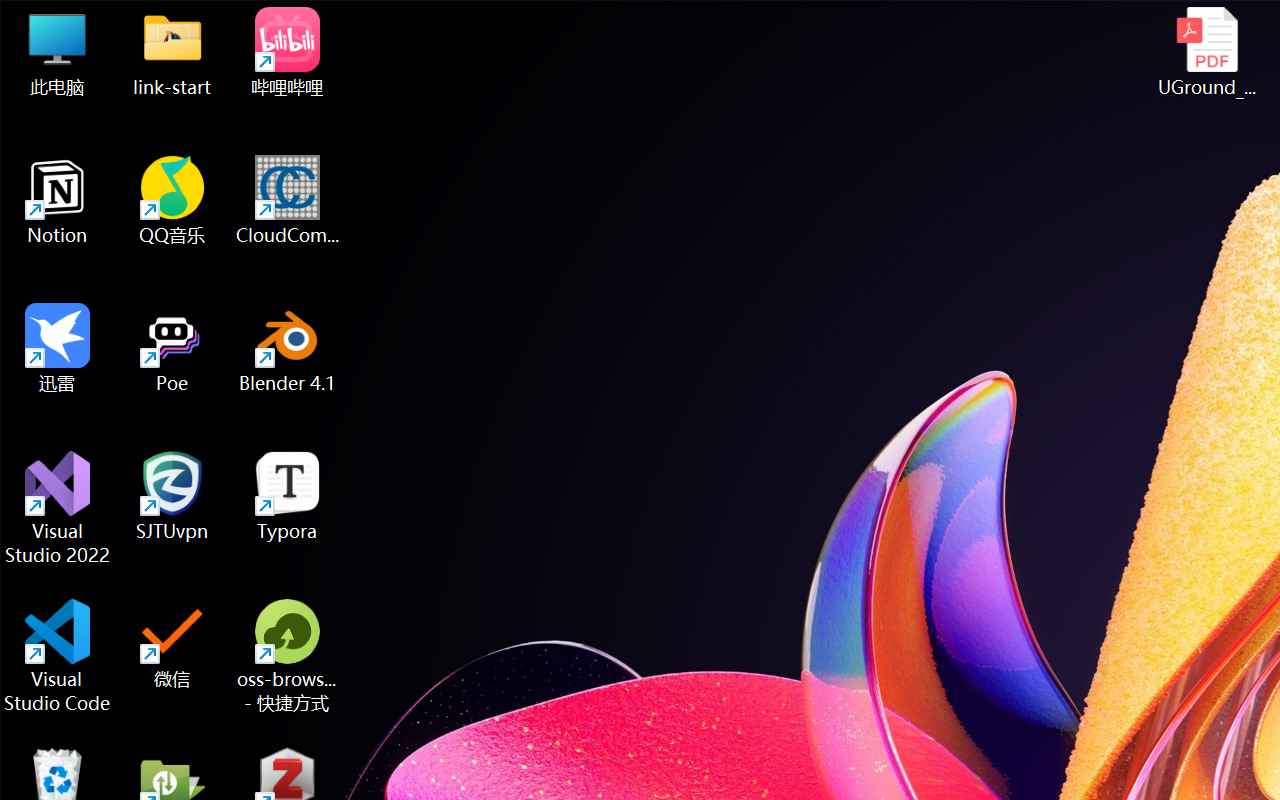 The width and height of the screenshot is (1280, 800). What do you see at coordinates (287, 200) in the screenshot?
I see `'CloudCompare'` at bounding box center [287, 200].